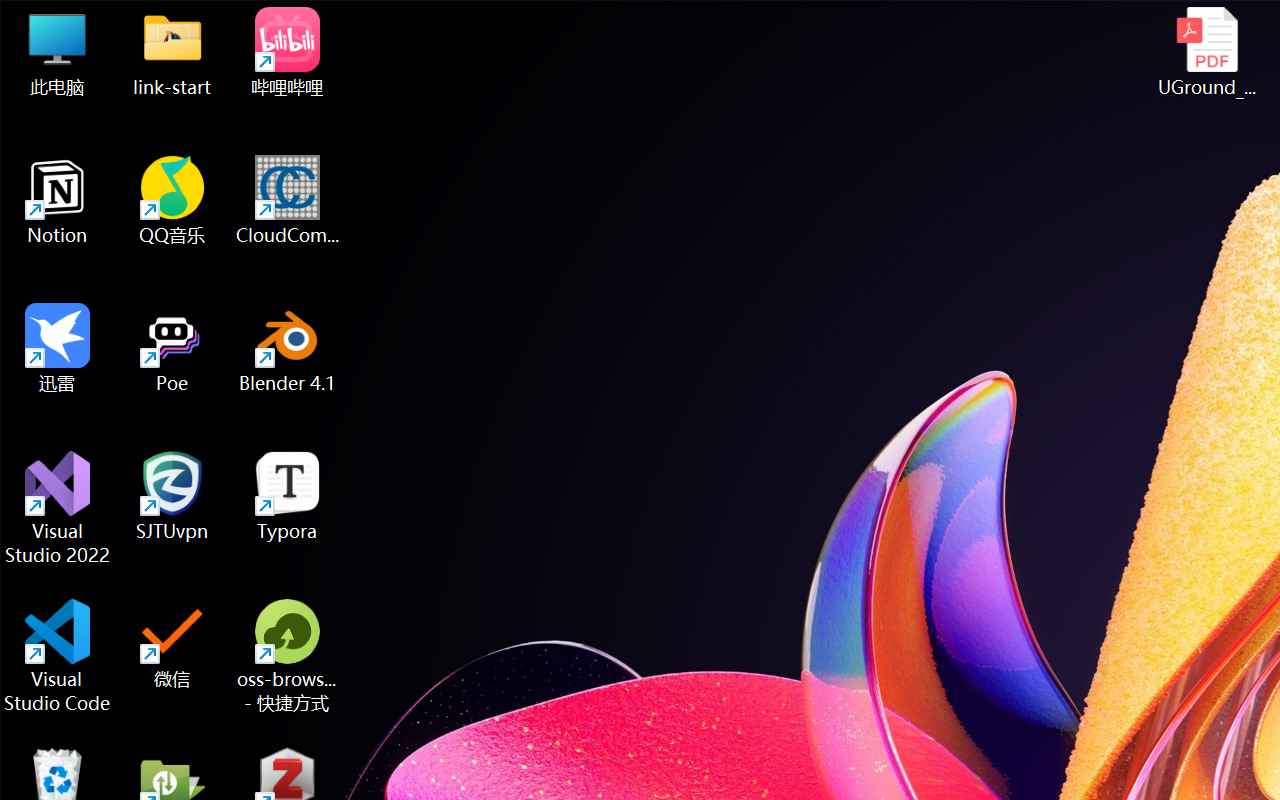 The width and height of the screenshot is (1280, 800). What do you see at coordinates (287, 200) in the screenshot?
I see `'CloudCompare'` at bounding box center [287, 200].